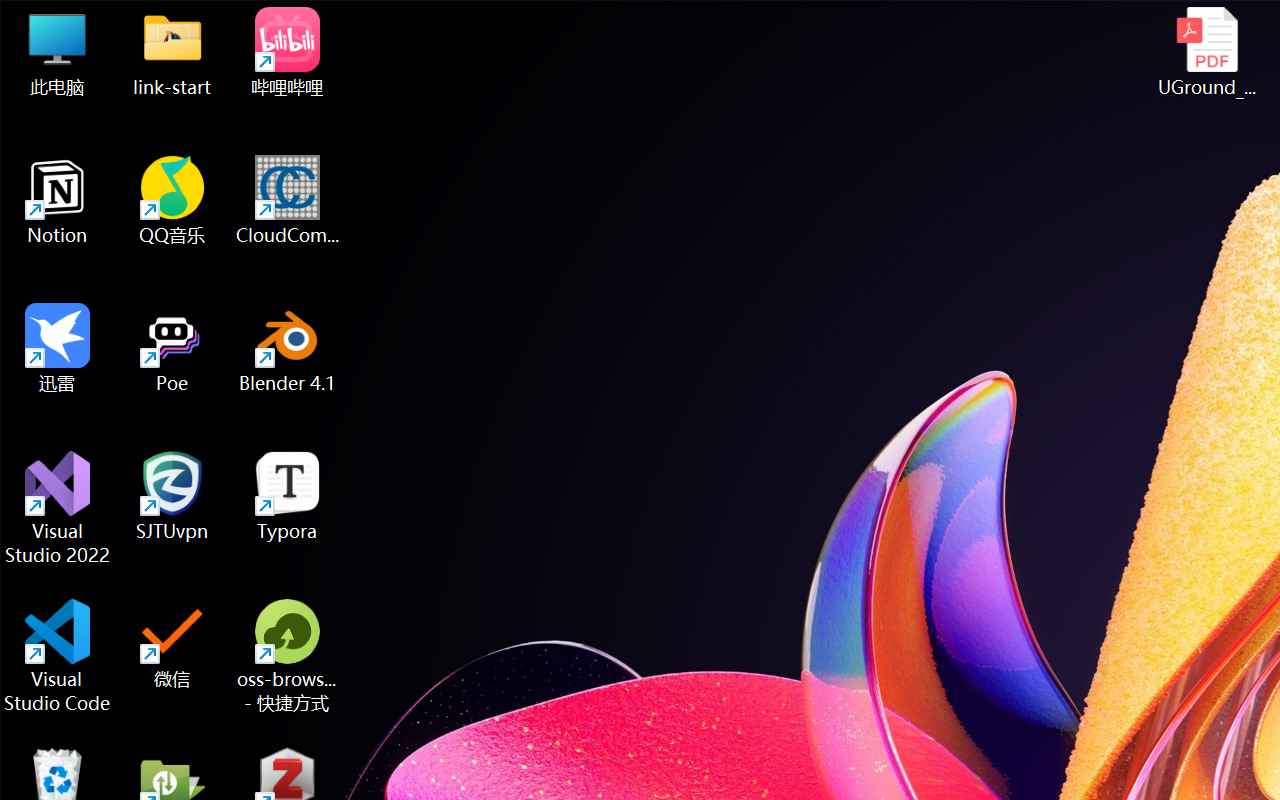 The width and height of the screenshot is (1280, 800). What do you see at coordinates (287, 200) in the screenshot?
I see `'CloudCompare'` at bounding box center [287, 200].